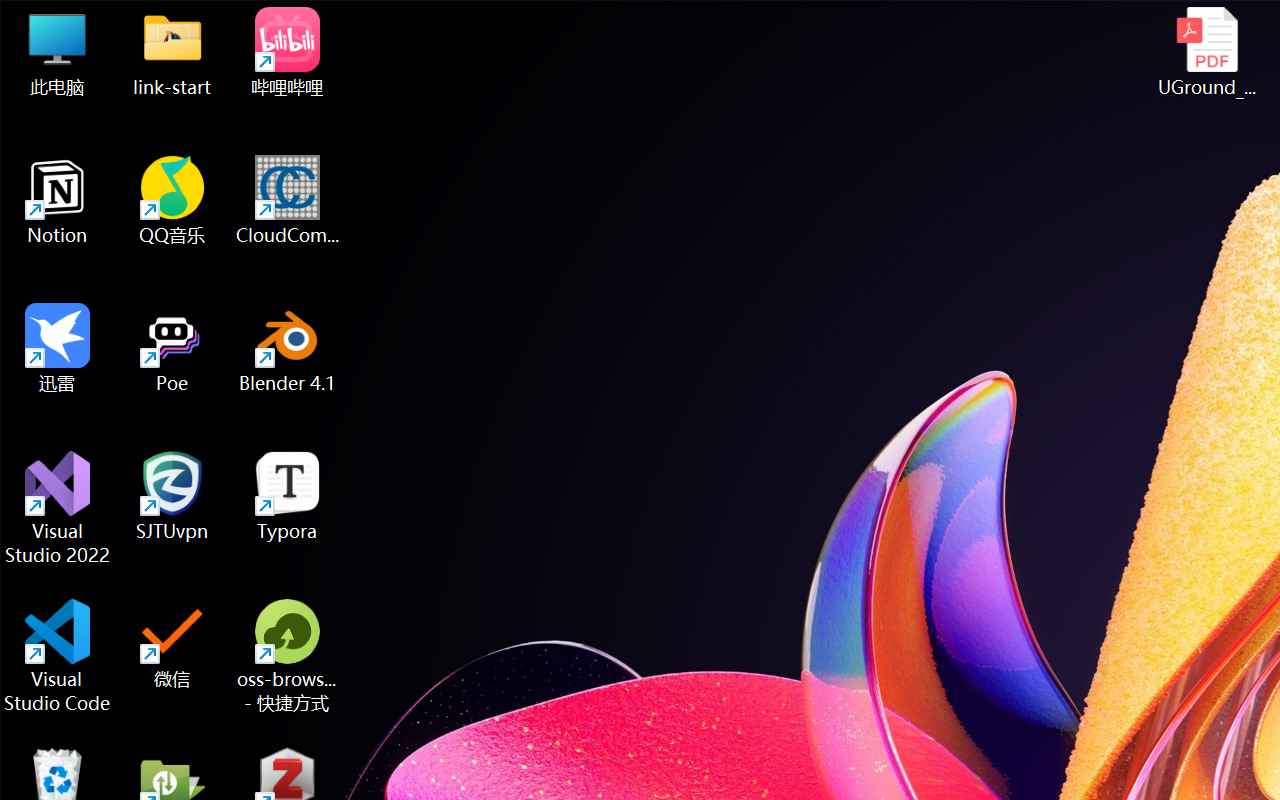 The width and height of the screenshot is (1280, 800). What do you see at coordinates (287, 200) in the screenshot?
I see `'CloudCompare'` at bounding box center [287, 200].